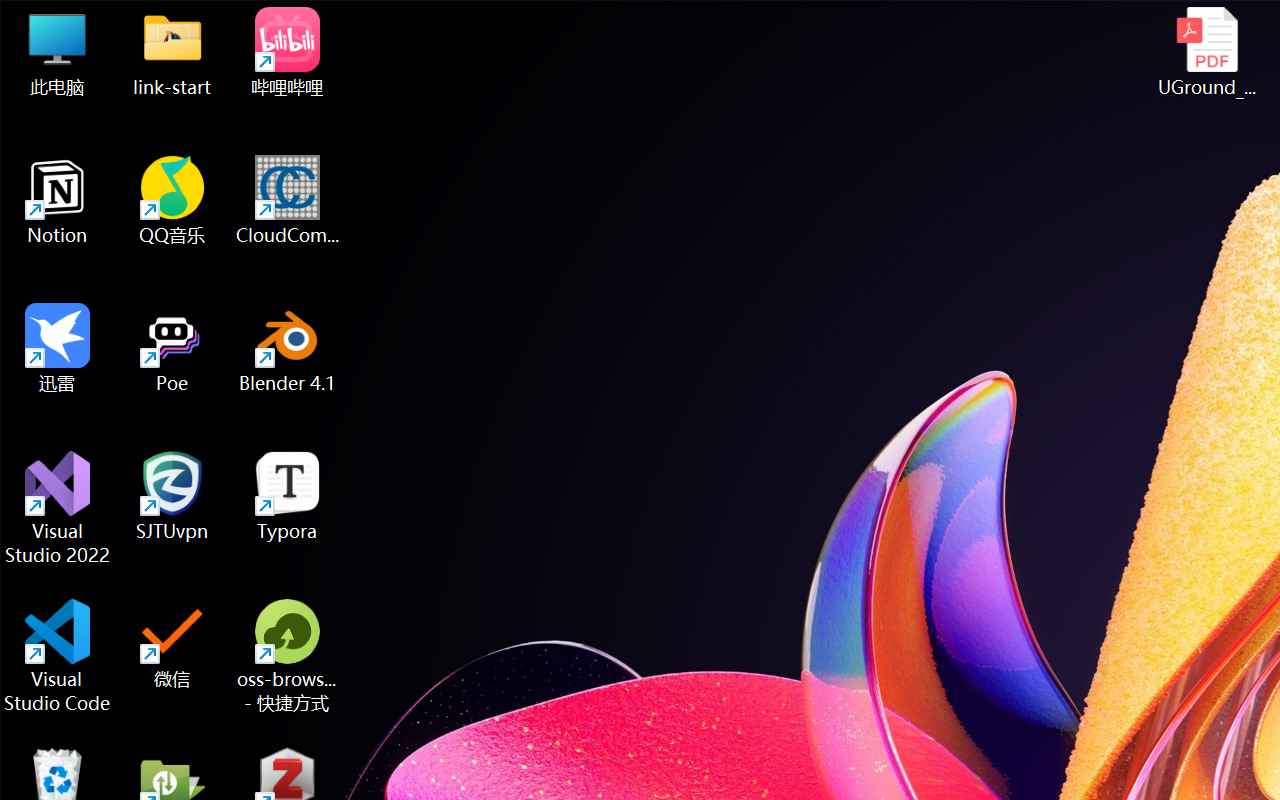 The width and height of the screenshot is (1280, 800). What do you see at coordinates (287, 200) in the screenshot?
I see `'CloudCompare'` at bounding box center [287, 200].